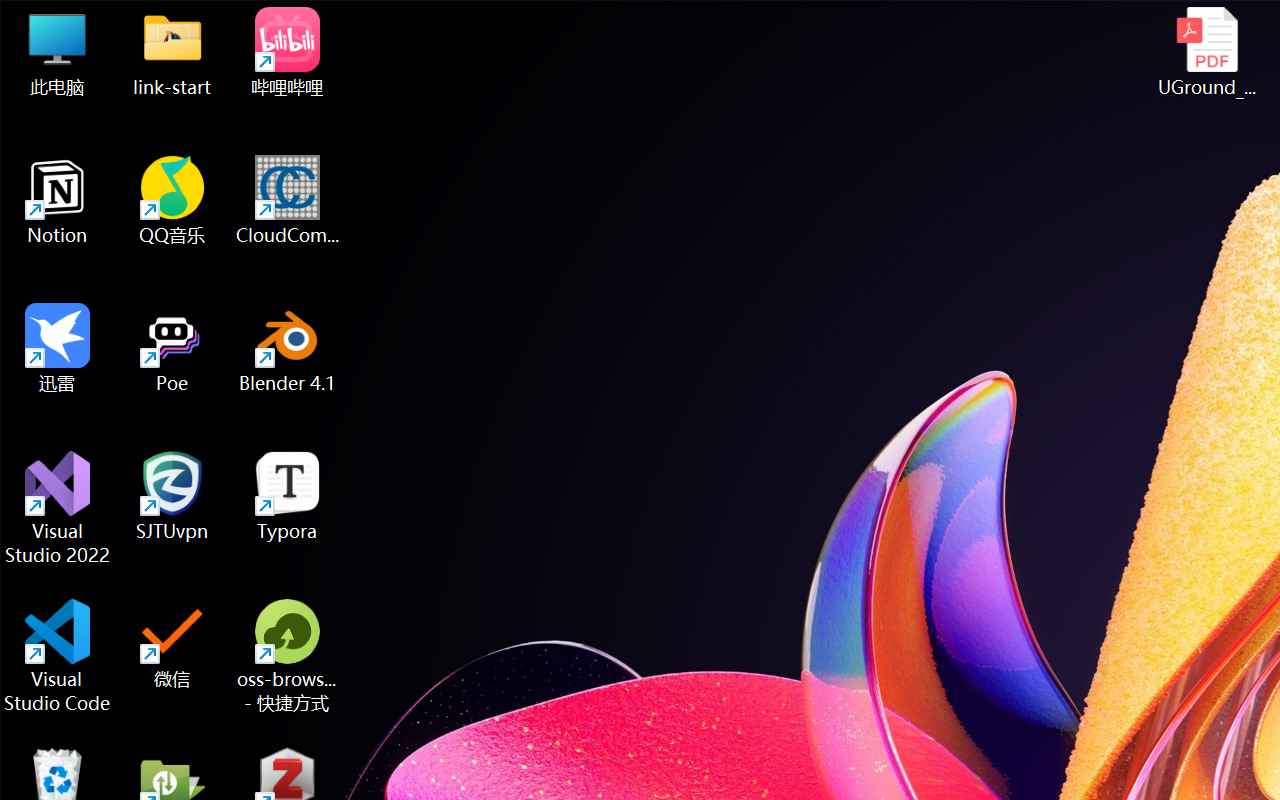 The width and height of the screenshot is (1280, 800). What do you see at coordinates (287, 200) in the screenshot?
I see `'CloudCompare'` at bounding box center [287, 200].